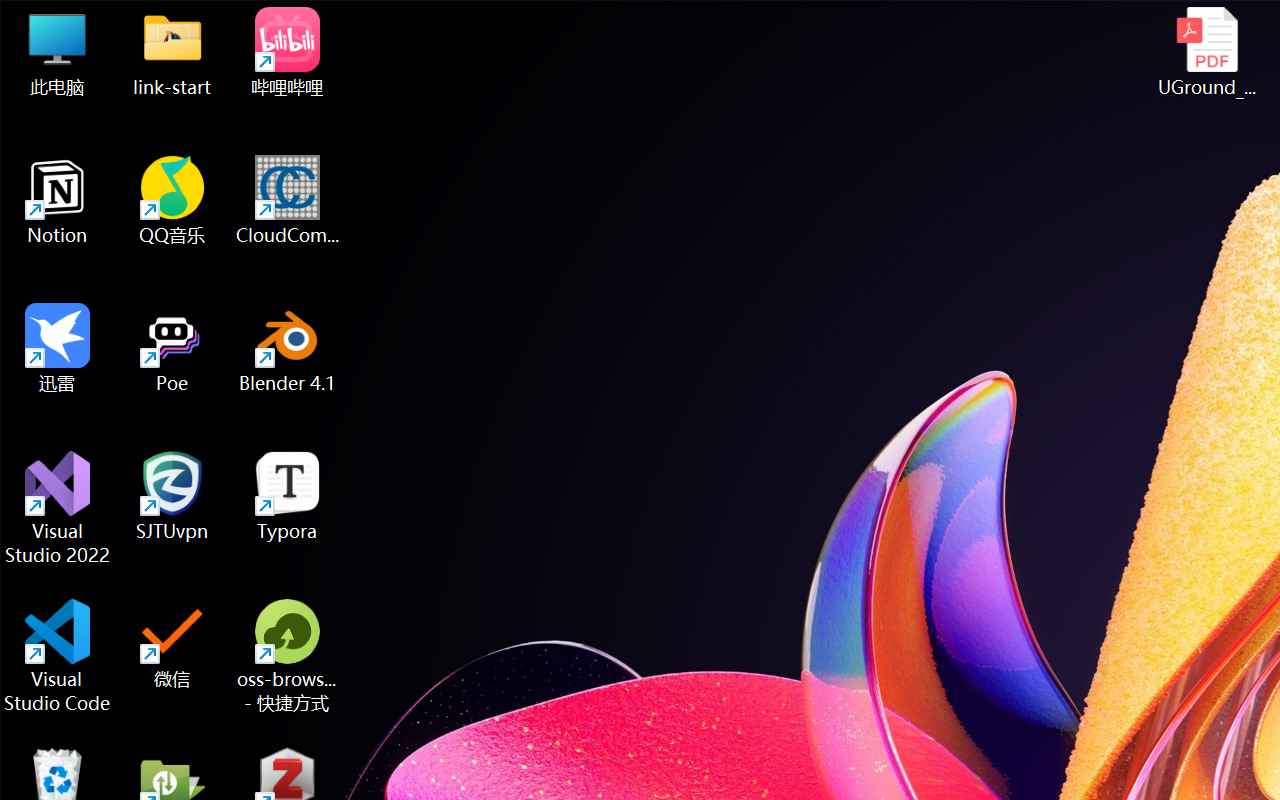 The width and height of the screenshot is (1280, 800). What do you see at coordinates (287, 200) in the screenshot?
I see `'CloudCompare'` at bounding box center [287, 200].